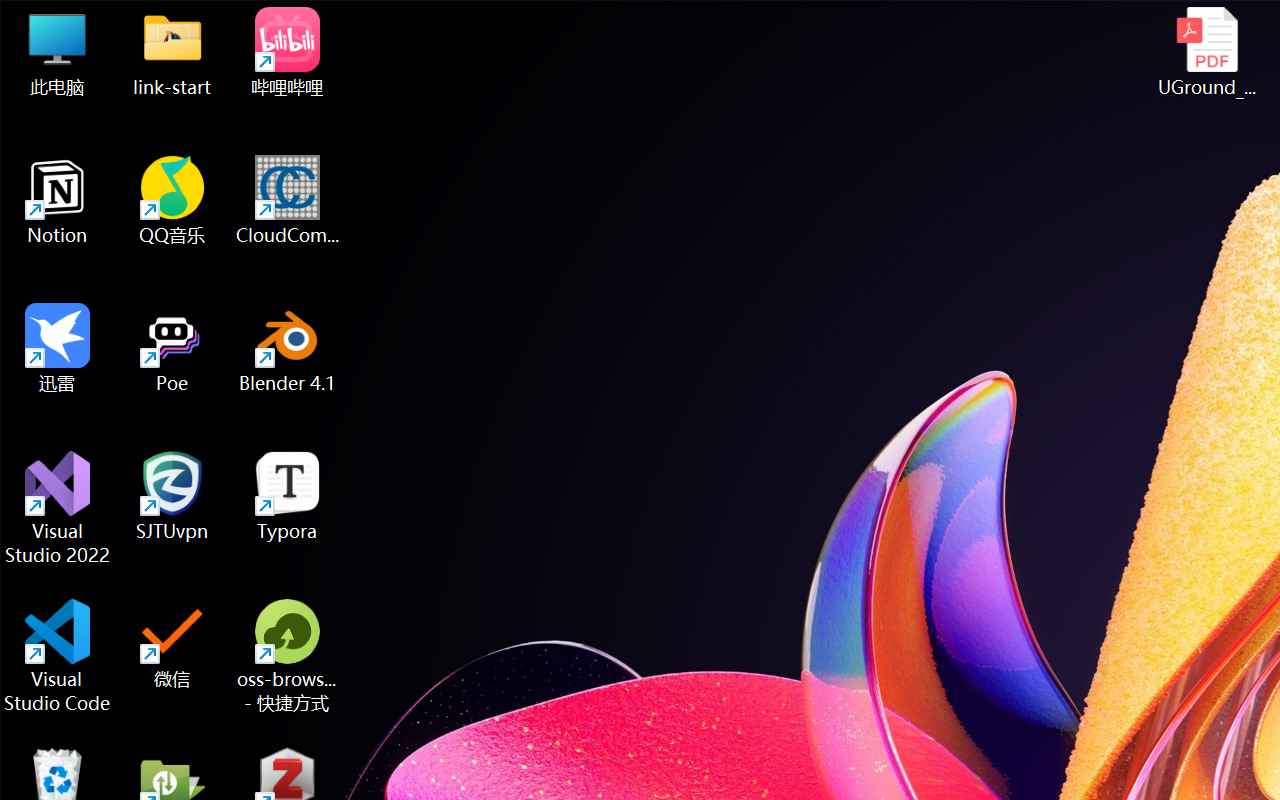 The width and height of the screenshot is (1280, 800). What do you see at coordinates (287, 200) in the screenshot?
I see `'CloudCompare'` at bounding box center [287, 200].